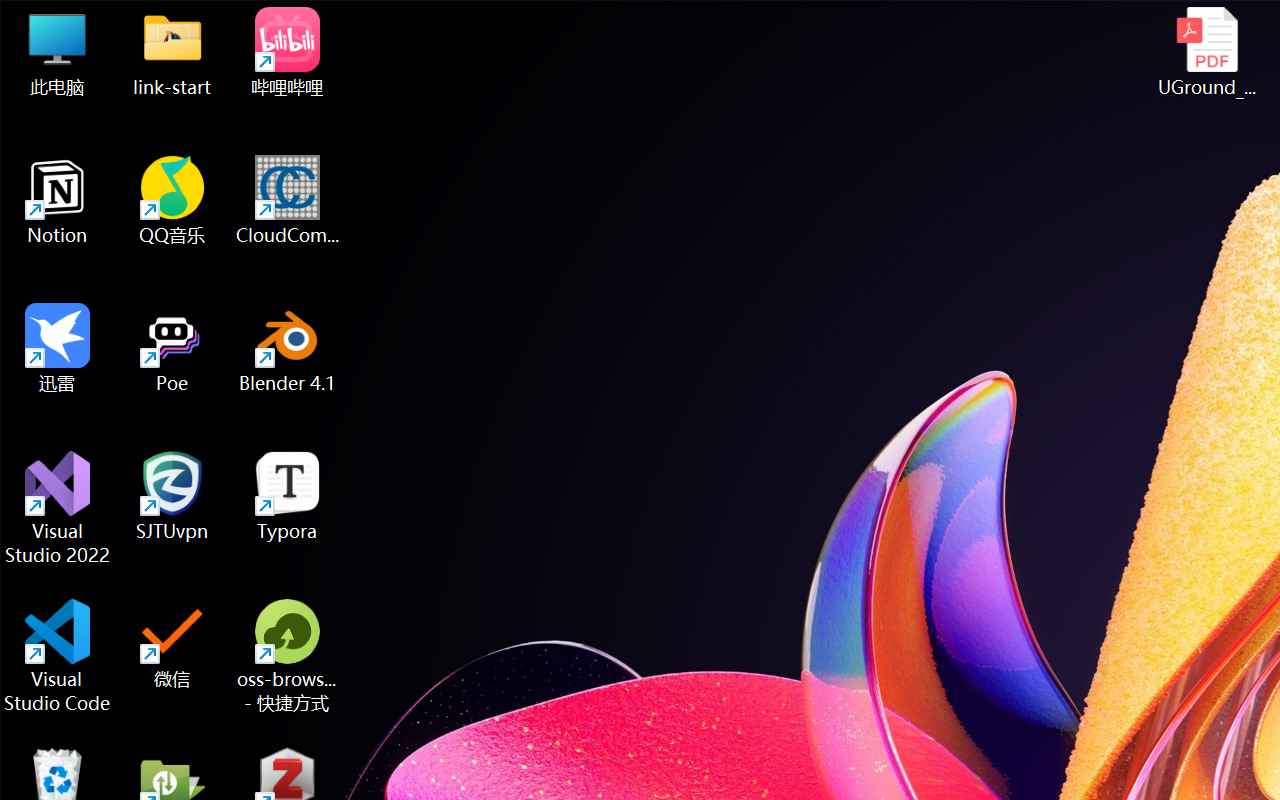 The width and height of the screenshot is (1280, 800). What do you see at coordinates (287, 200) in the screenshot?
I see `'CloudCompare'` at bounding box center [287, 200].